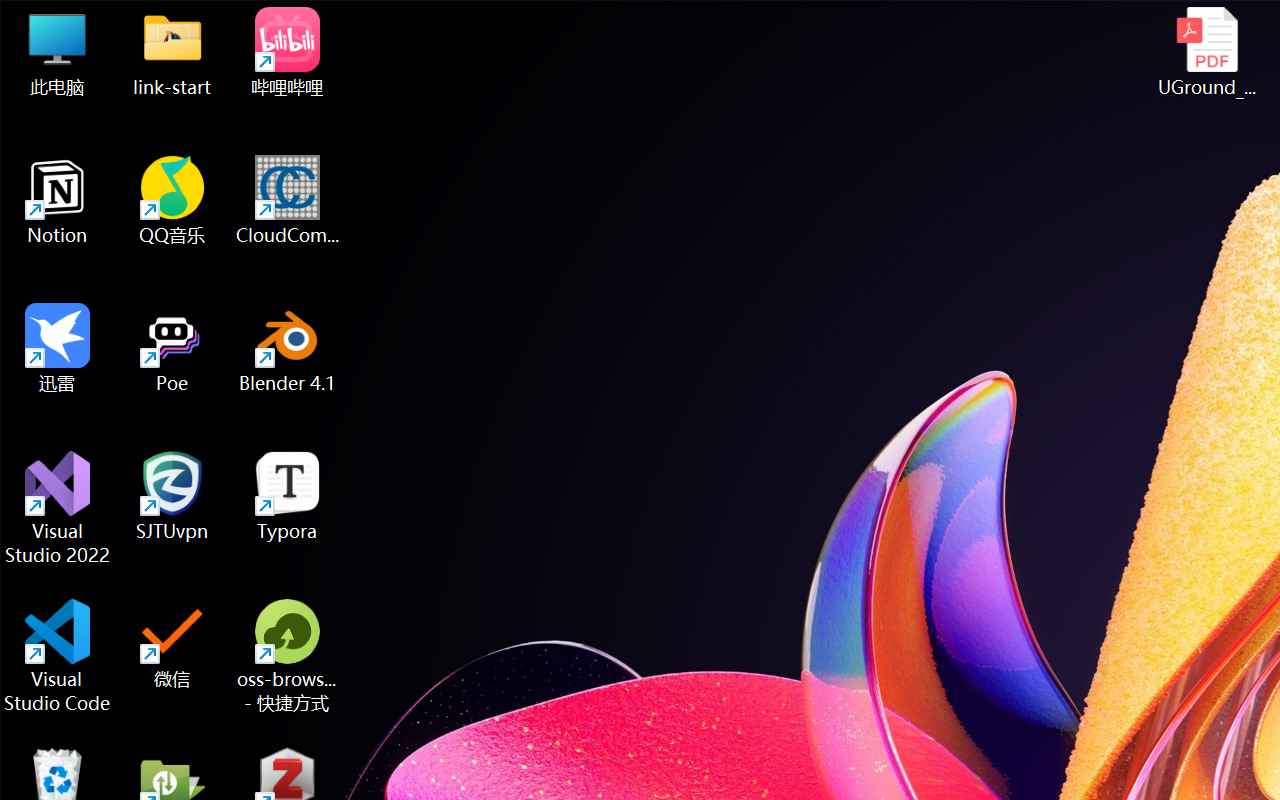 The width and height of the screenshot is (1280, 800). What do you see at coordinates (287, 200) in the screenshot?
I see `'CloudCompare'` at bounding box center [287, 200].